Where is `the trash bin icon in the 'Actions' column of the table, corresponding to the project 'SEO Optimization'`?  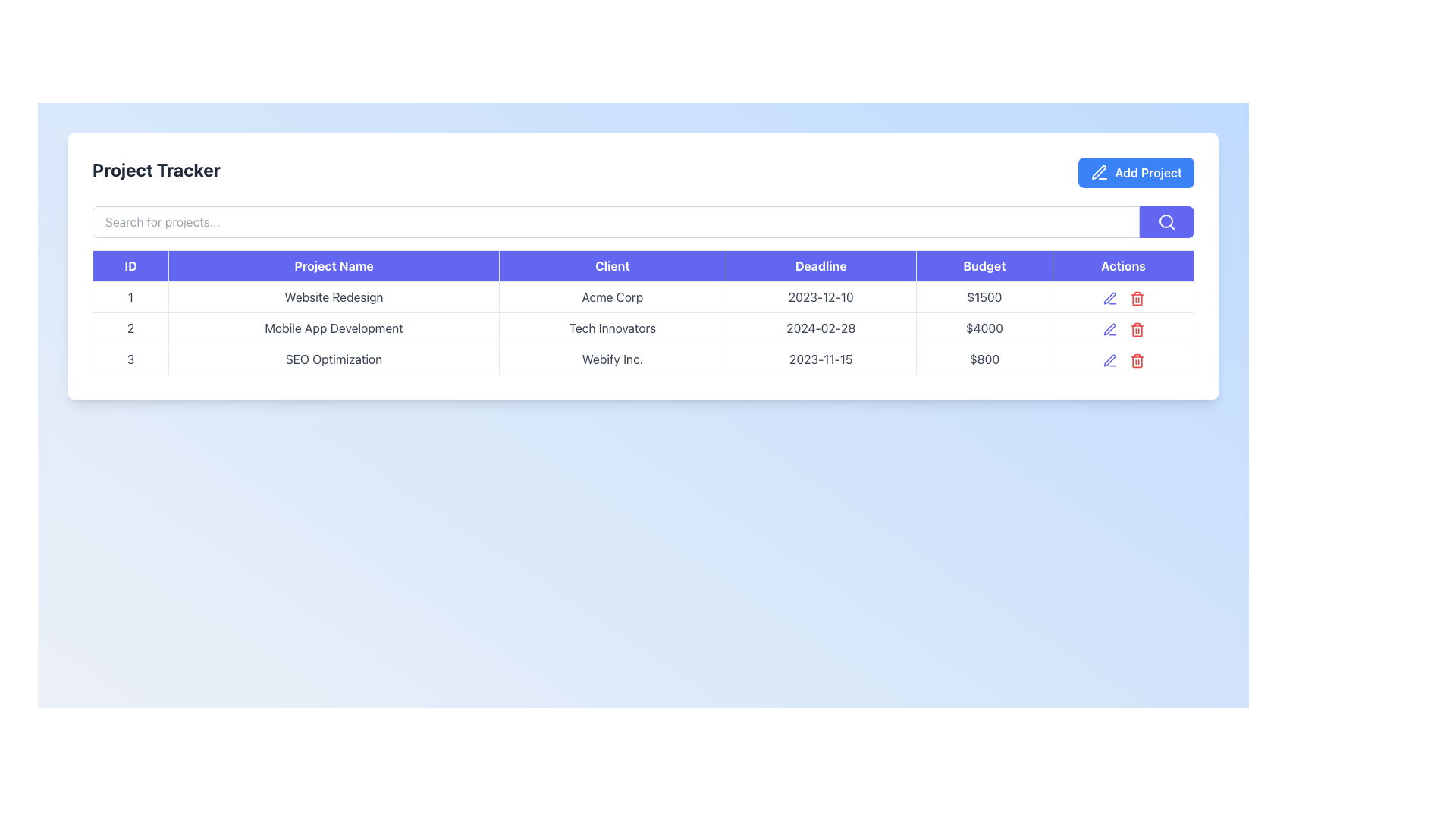 the trash bin icon in the 'Actions' column of the table, corresponding to the project 'SEO Optimization' is located at coordinates (1137, 362).